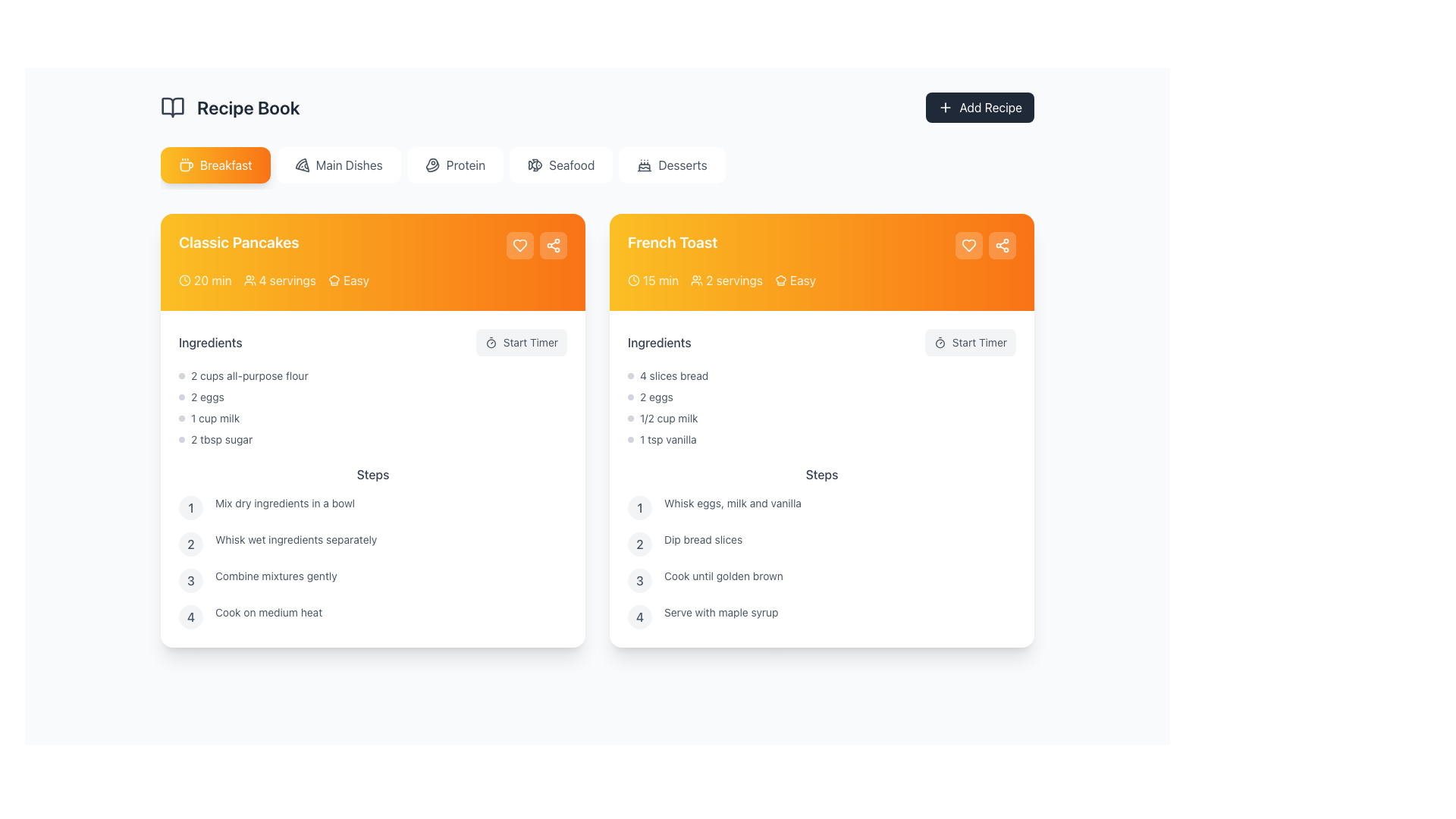  Describe the element at coordinates (491, 344) in the screenshot. I see `the circular icon located under the 'French Toast' section, which is part of the timer icon adjacent to the 'Start Timer' button` at that location.